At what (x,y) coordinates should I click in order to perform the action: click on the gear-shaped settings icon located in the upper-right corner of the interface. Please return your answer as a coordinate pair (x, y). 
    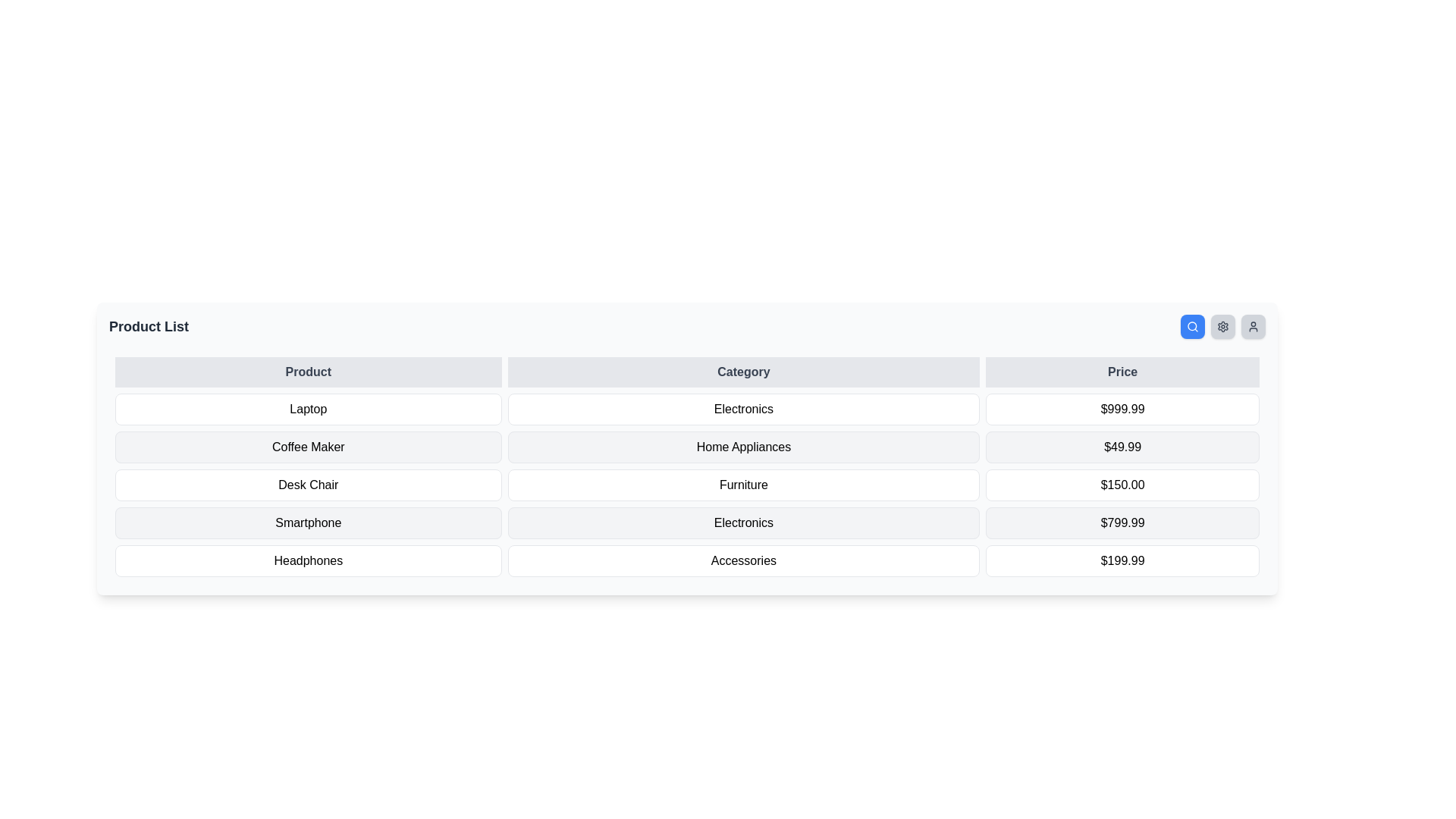
    Looking at the image, I should click on (1222, 326).